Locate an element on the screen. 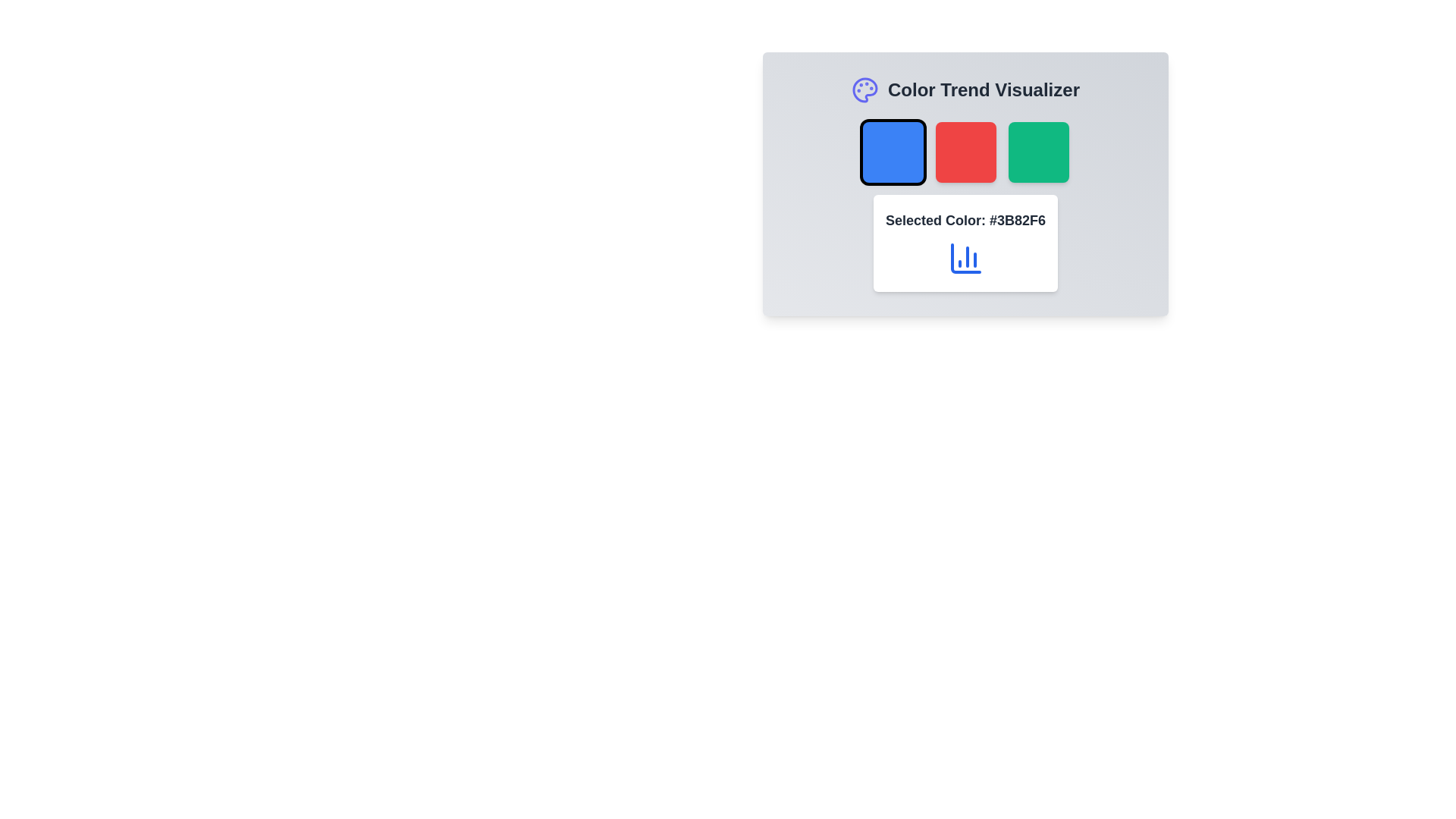  the text label reading 'Color Trend Visualizer', which is styled with a bold font and dark gray color, positioned above the color selection options is located at coordinates (965, 90).